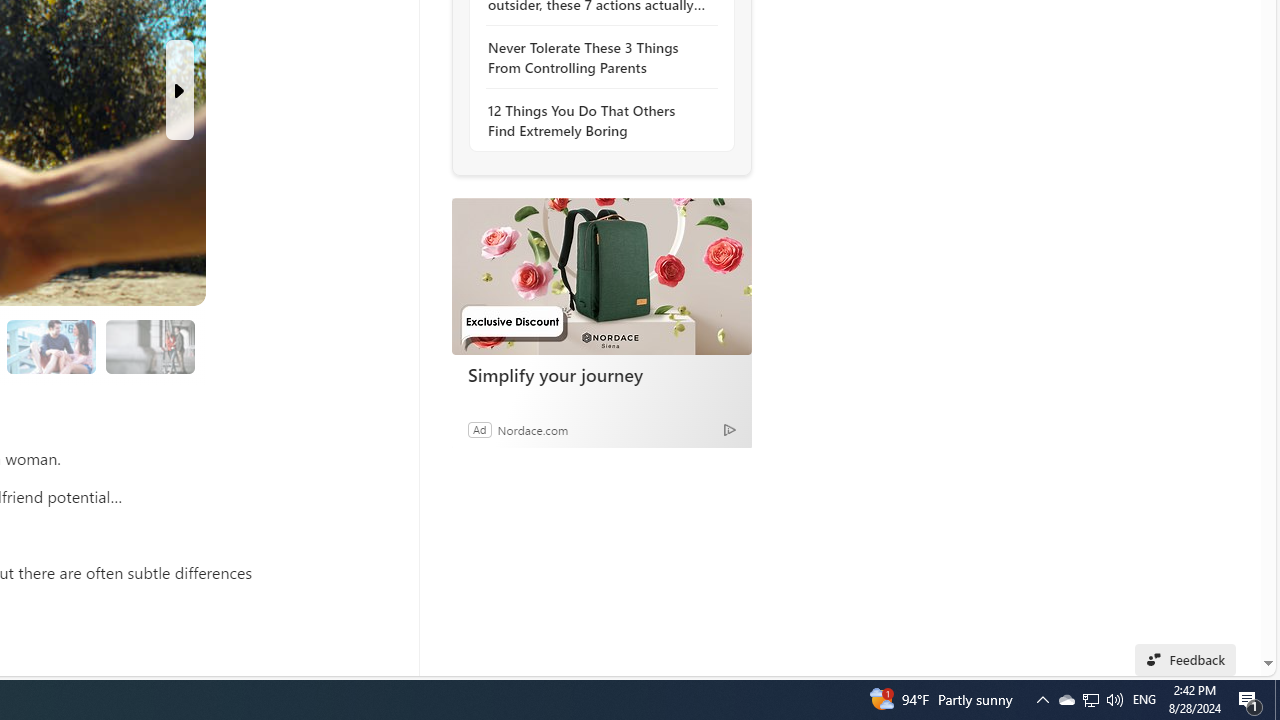 The width and height of the screenshot is (1280, 720). What do you see at coordinates (600, 276) in the screenshot?
I see `'Simplify your journey'` at bounding box center [600, 276].